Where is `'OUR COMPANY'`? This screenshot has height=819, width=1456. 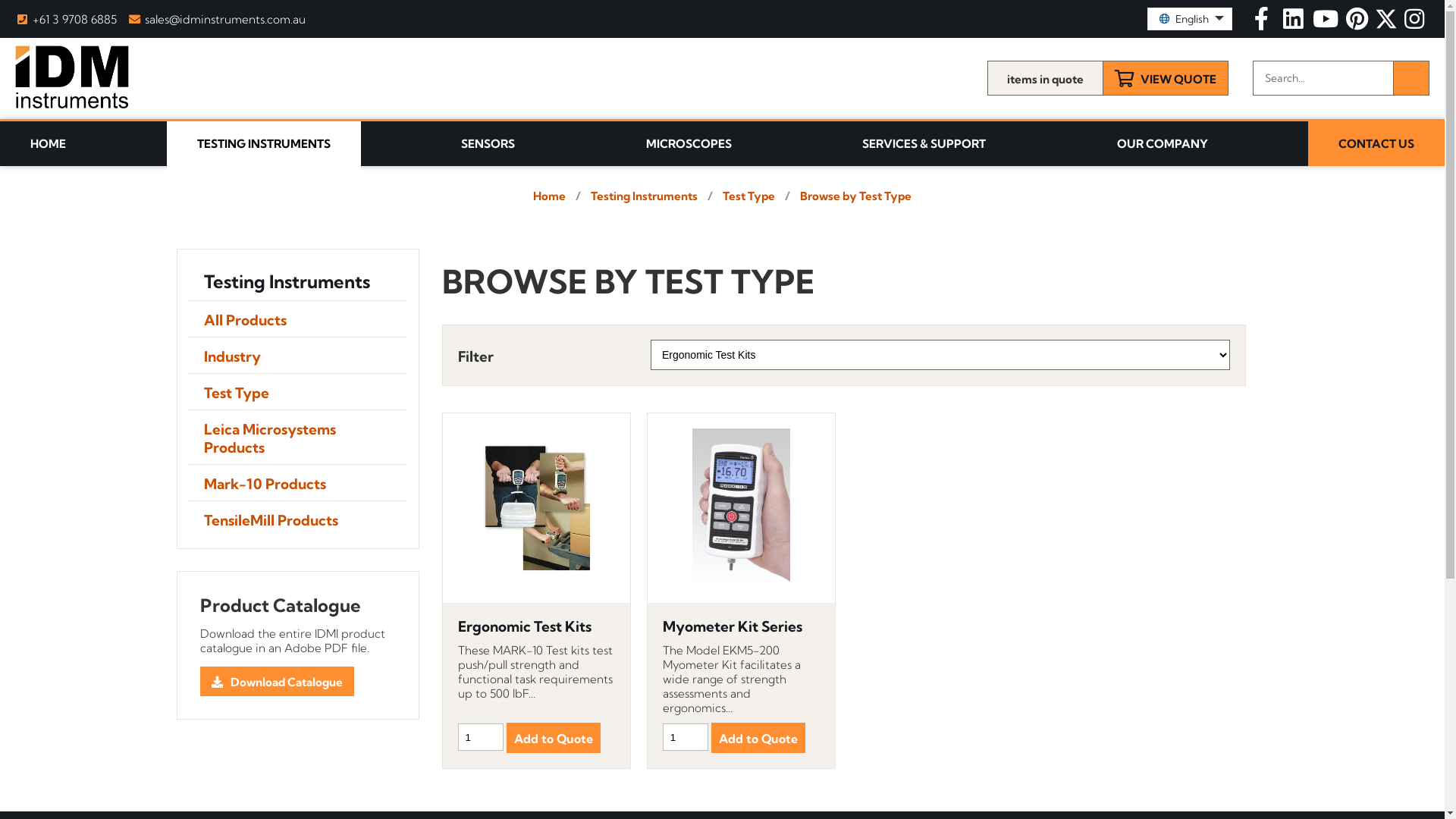
'OUR COMPANY' is located at coordinates (1084, 143).